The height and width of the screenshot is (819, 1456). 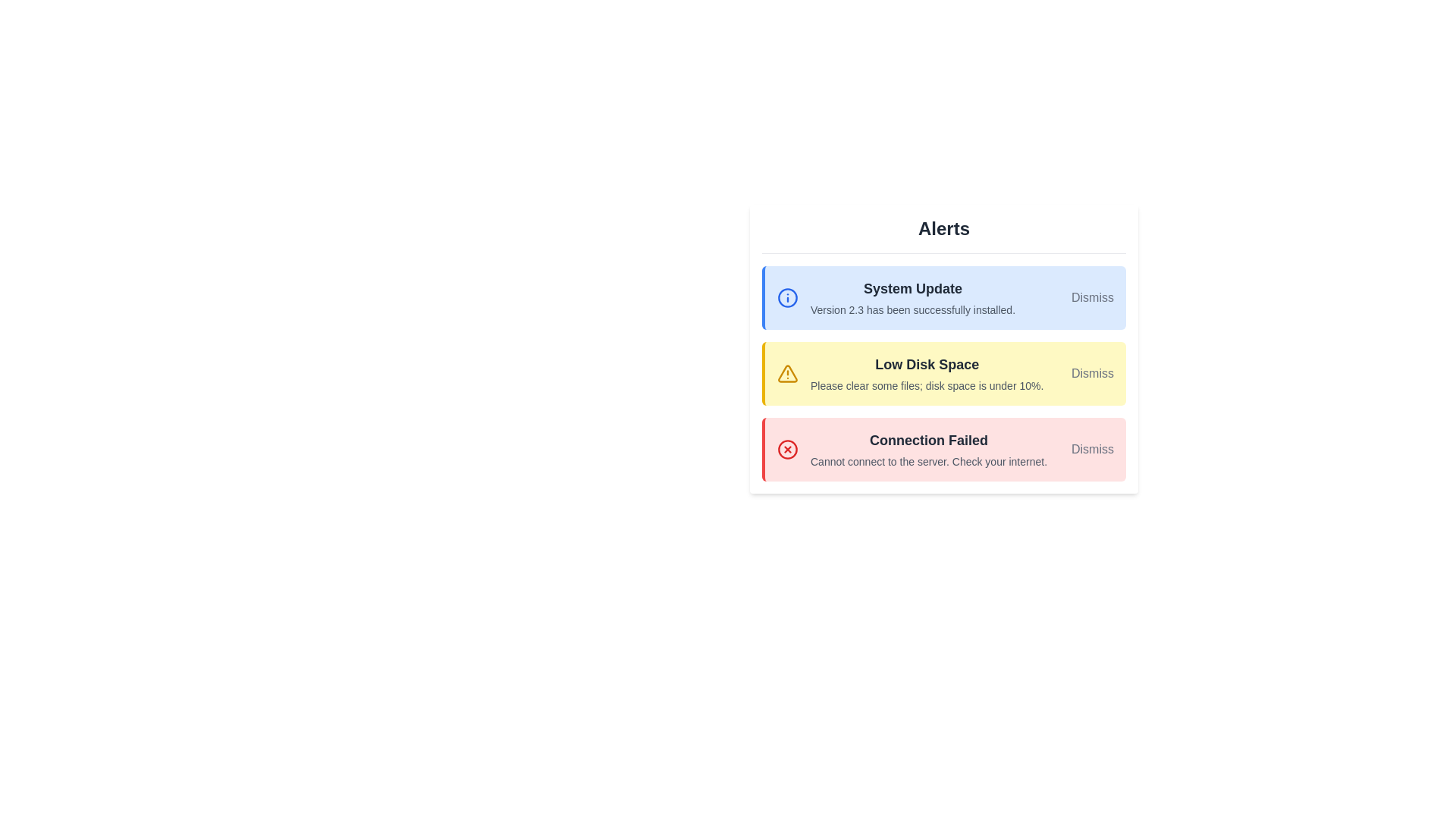 I want to click on notification panel that displays 'System Update' and details about 'Version 2.3 has been successfully installed.', so click(x=943, y=298).